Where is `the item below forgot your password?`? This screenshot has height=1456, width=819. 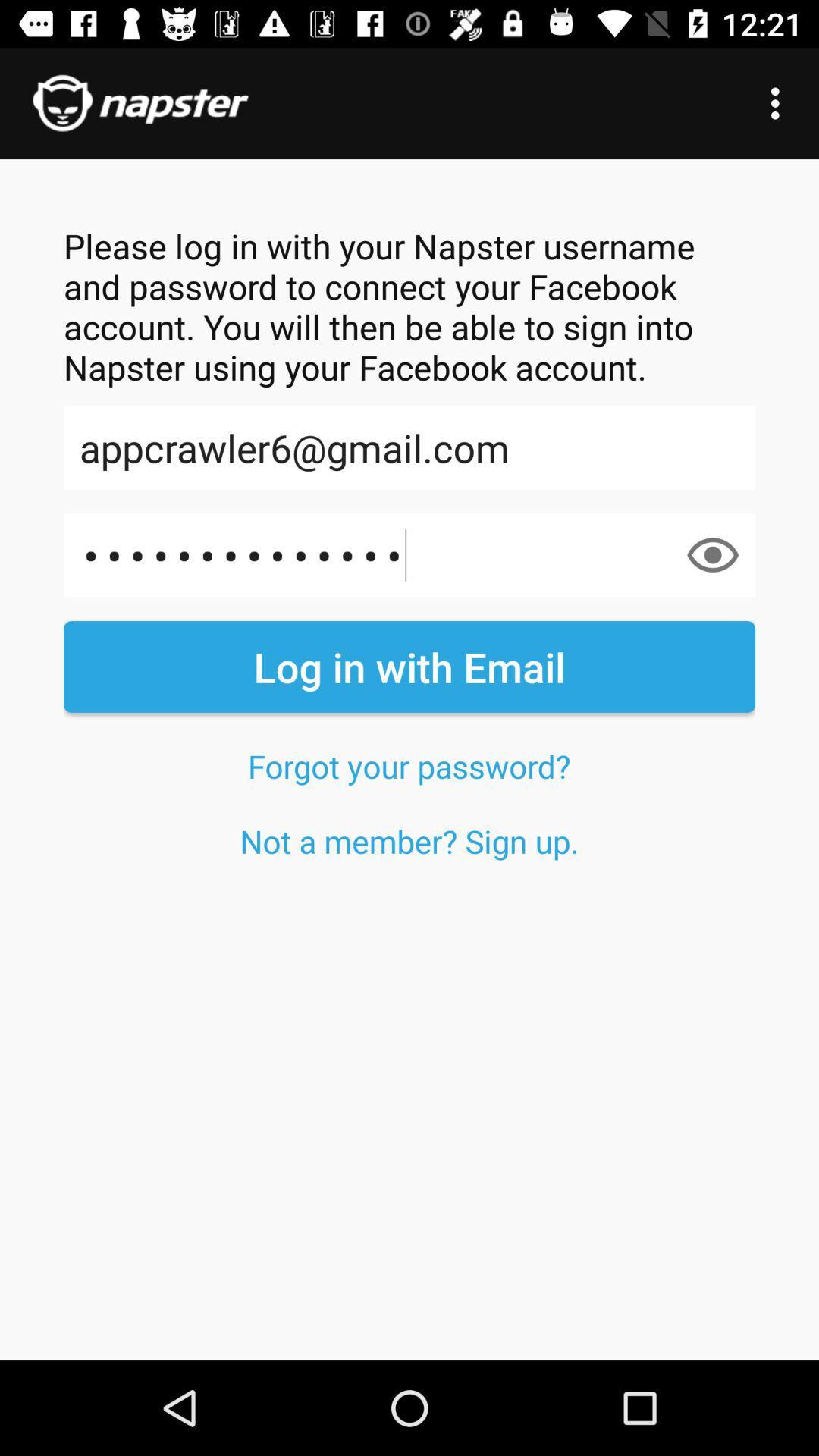
the item below forgot your password? is located at coordinates (409, 840).